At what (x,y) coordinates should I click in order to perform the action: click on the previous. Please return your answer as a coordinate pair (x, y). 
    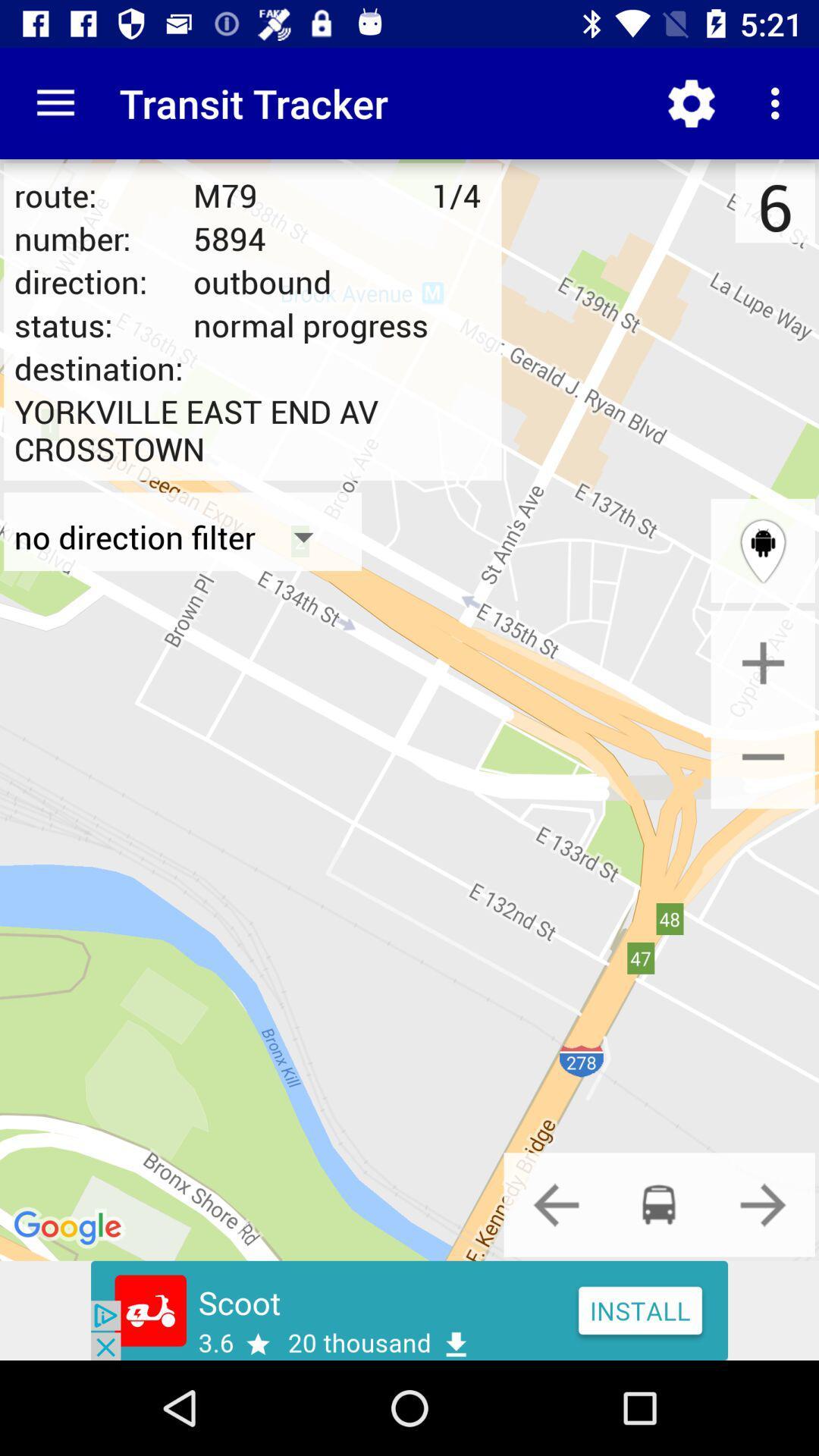
    Looking at the image, I should click on (556, 1203).